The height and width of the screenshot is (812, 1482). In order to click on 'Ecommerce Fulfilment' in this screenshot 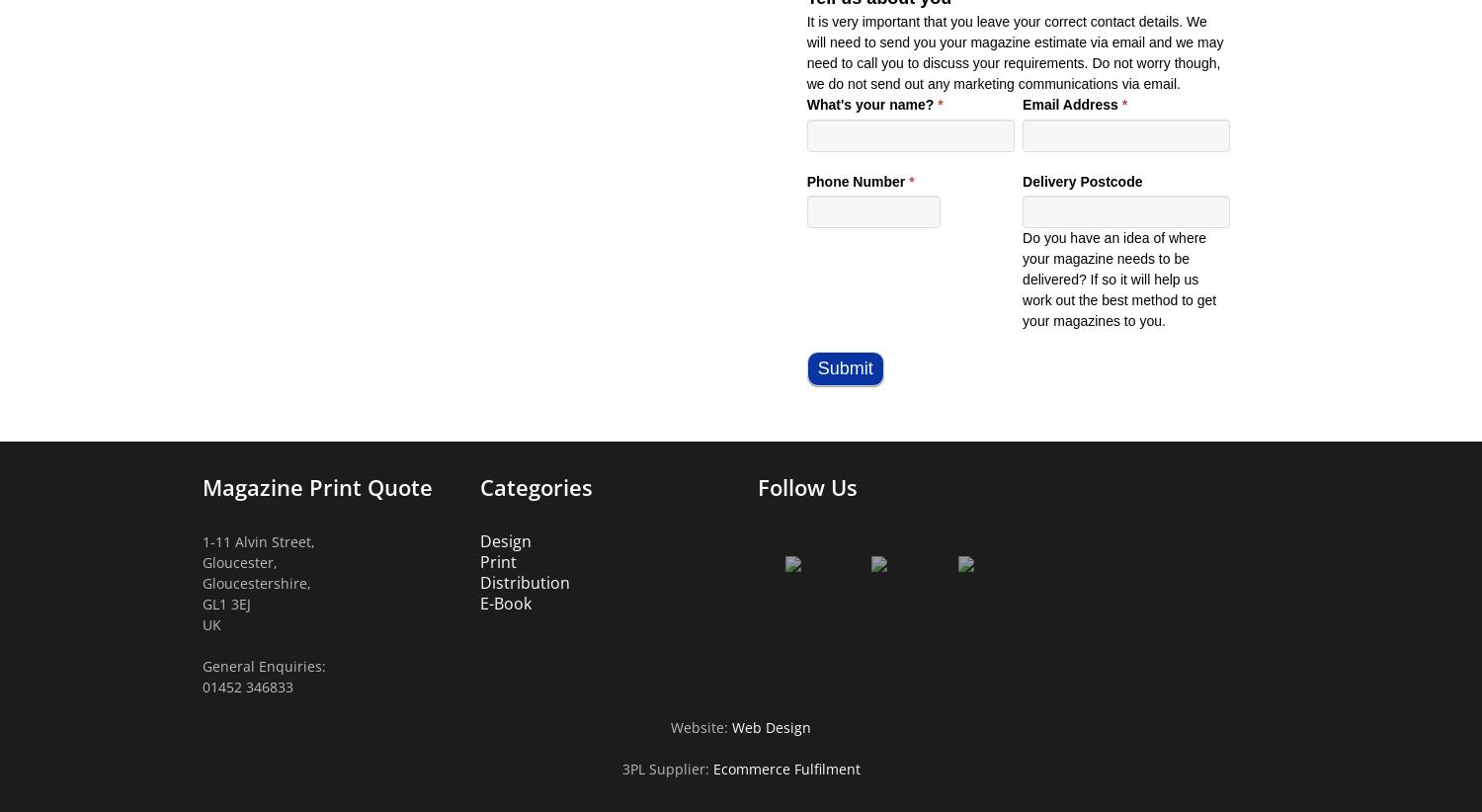, I will do `click(785, 768)`.